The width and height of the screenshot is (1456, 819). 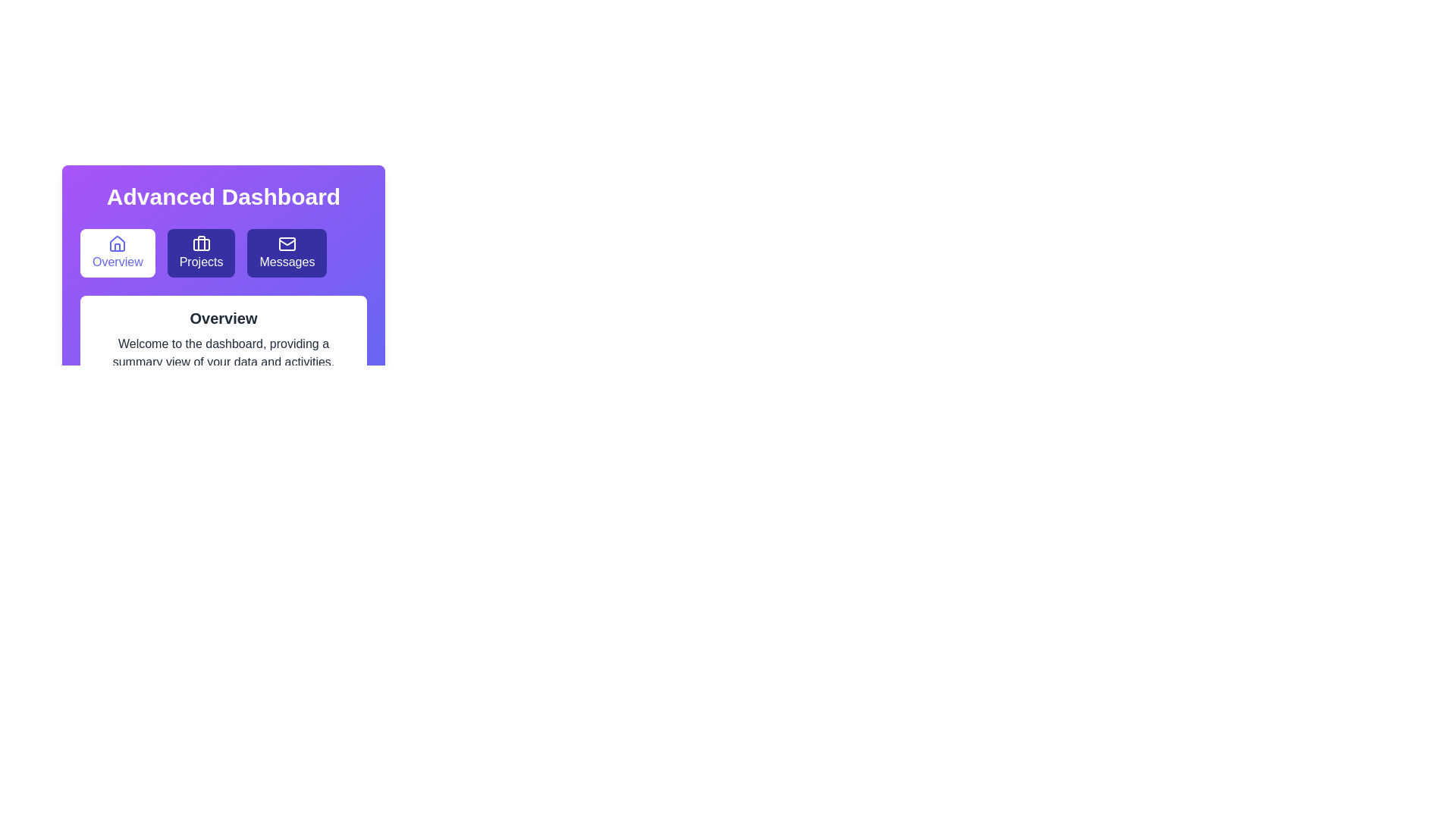 I want to click on the Overview tab by clicking its button, so click(x=116, y=253).